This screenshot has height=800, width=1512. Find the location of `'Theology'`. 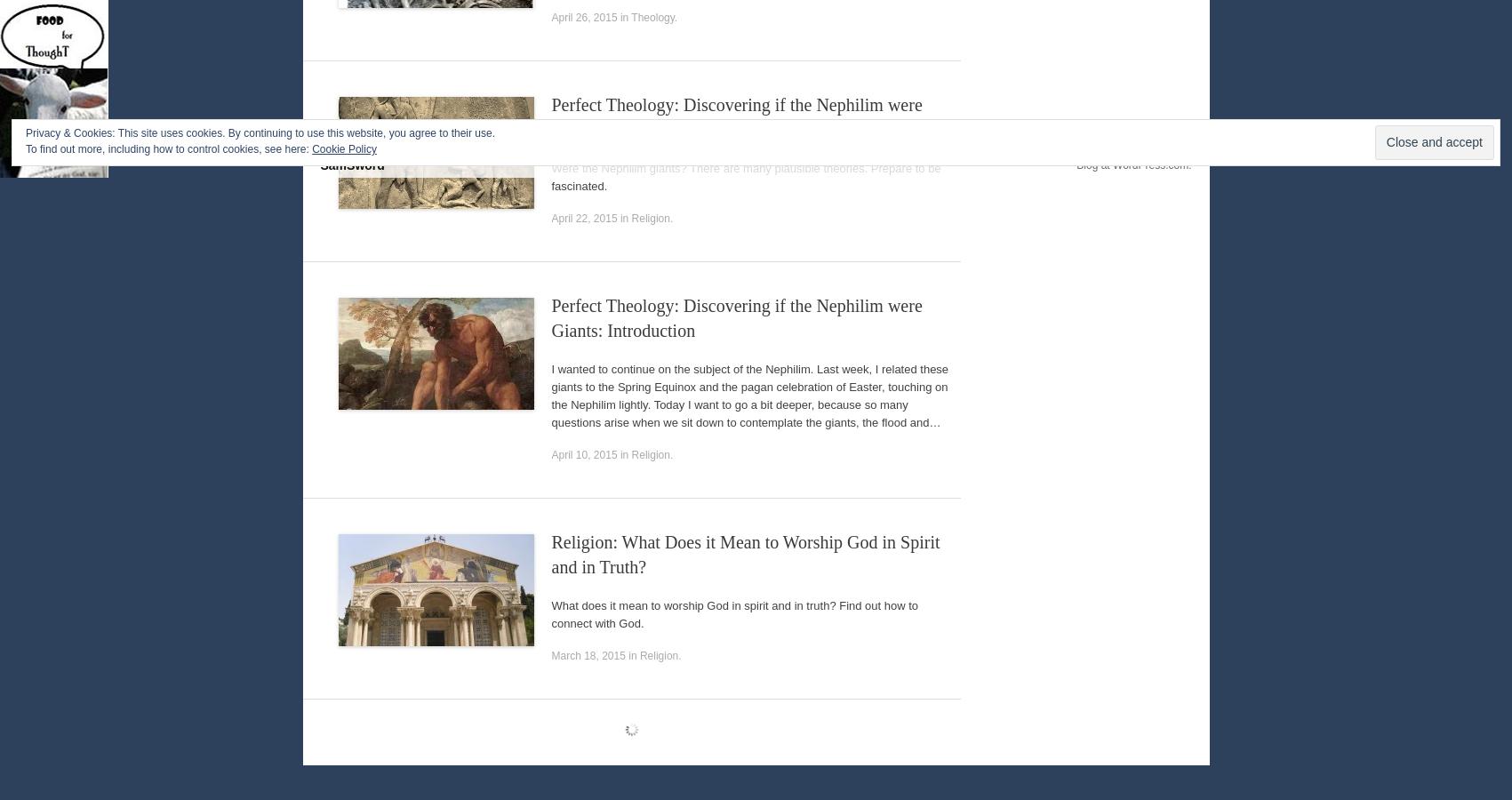

'Theology' is located at coordinates (652, 16).